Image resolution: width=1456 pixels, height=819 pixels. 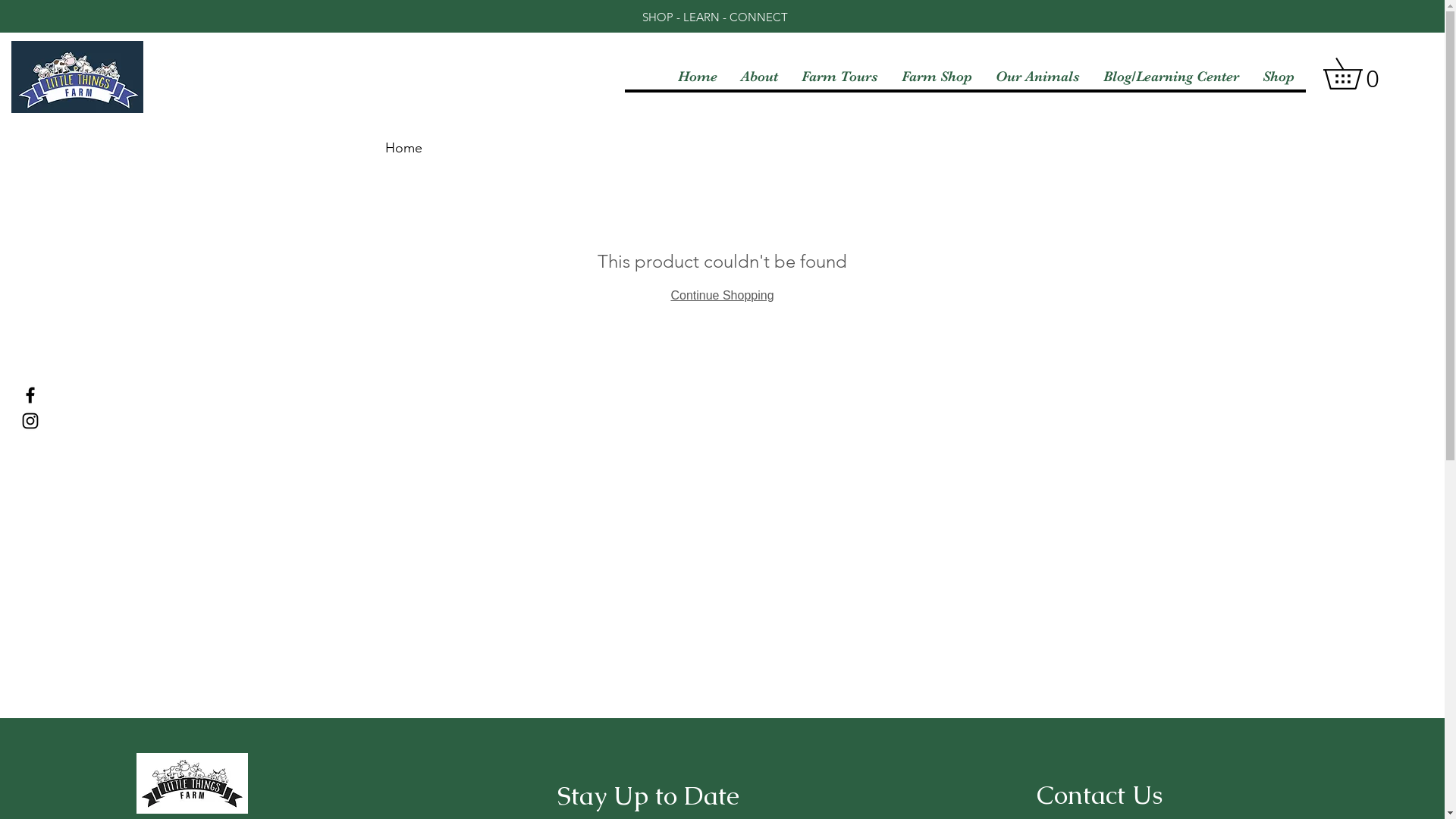 What do you see at coordinates (935, 76) in the screenshot?
I see `'Farm Shop'` at bounding box center [935, 76].